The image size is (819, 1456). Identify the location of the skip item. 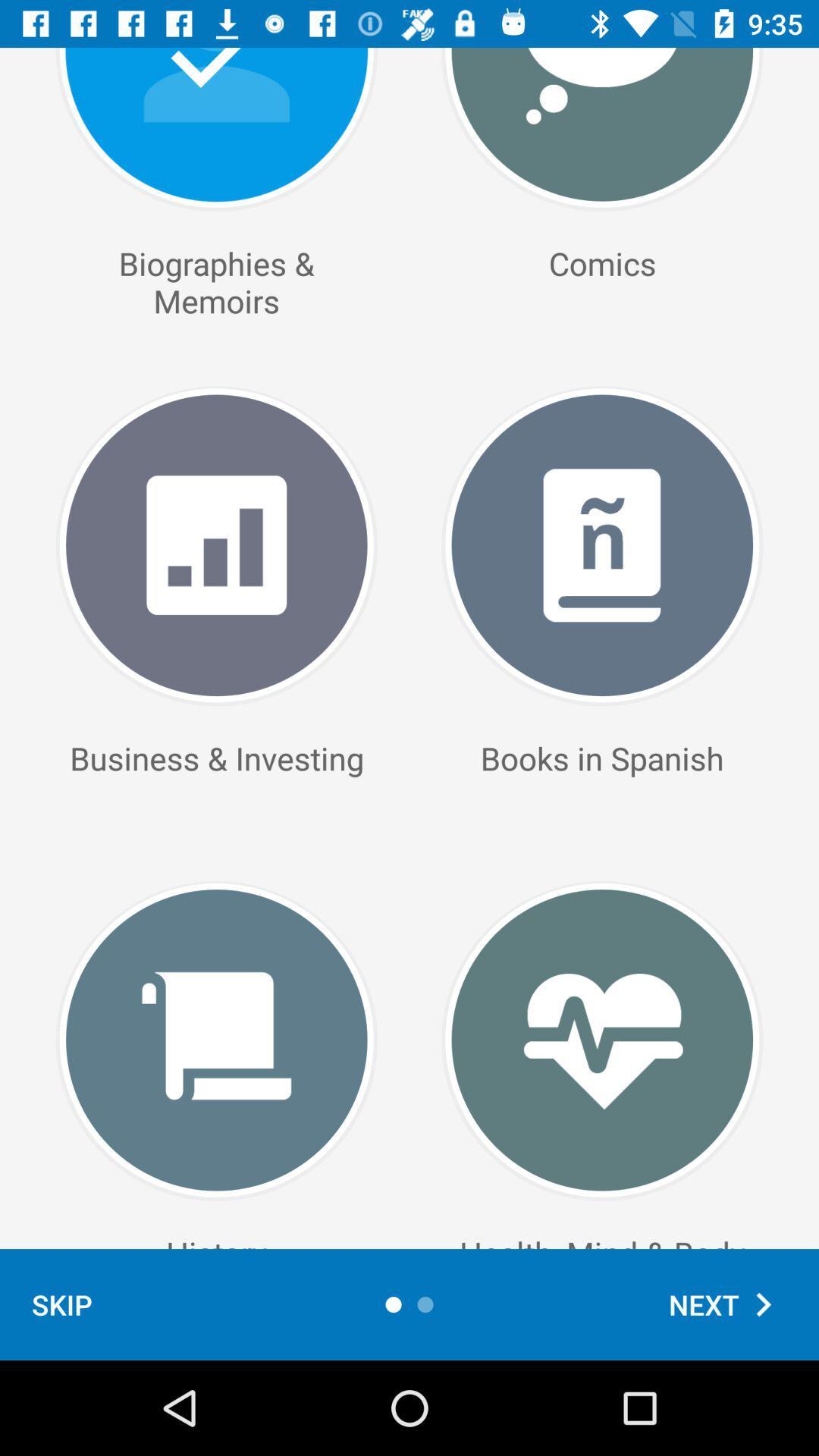
(61, 1304).